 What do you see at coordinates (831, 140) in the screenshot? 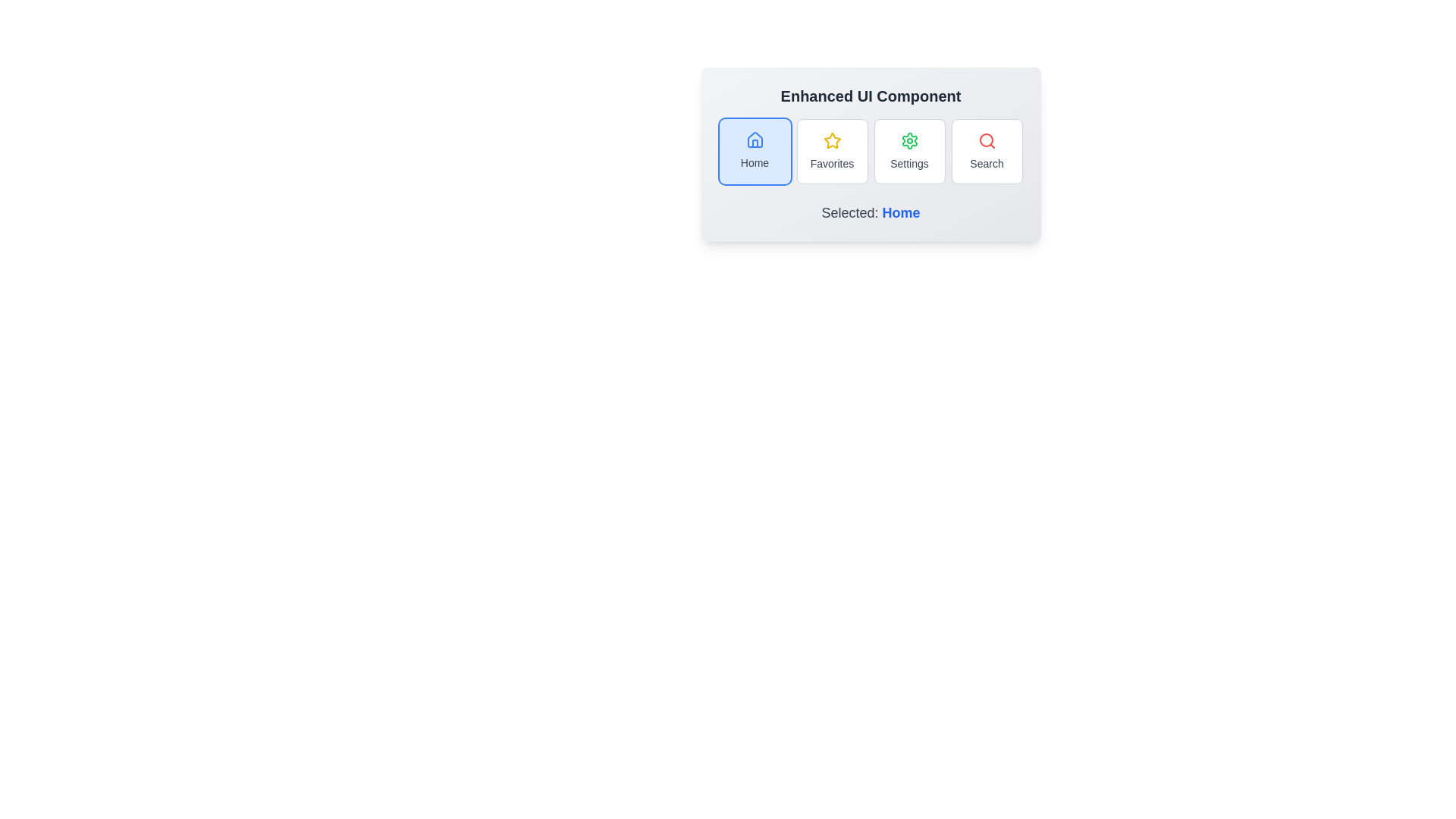
I see `the yellow star-shaped icon, which is the second icon in a row of options` at bounding box center [831, 140].